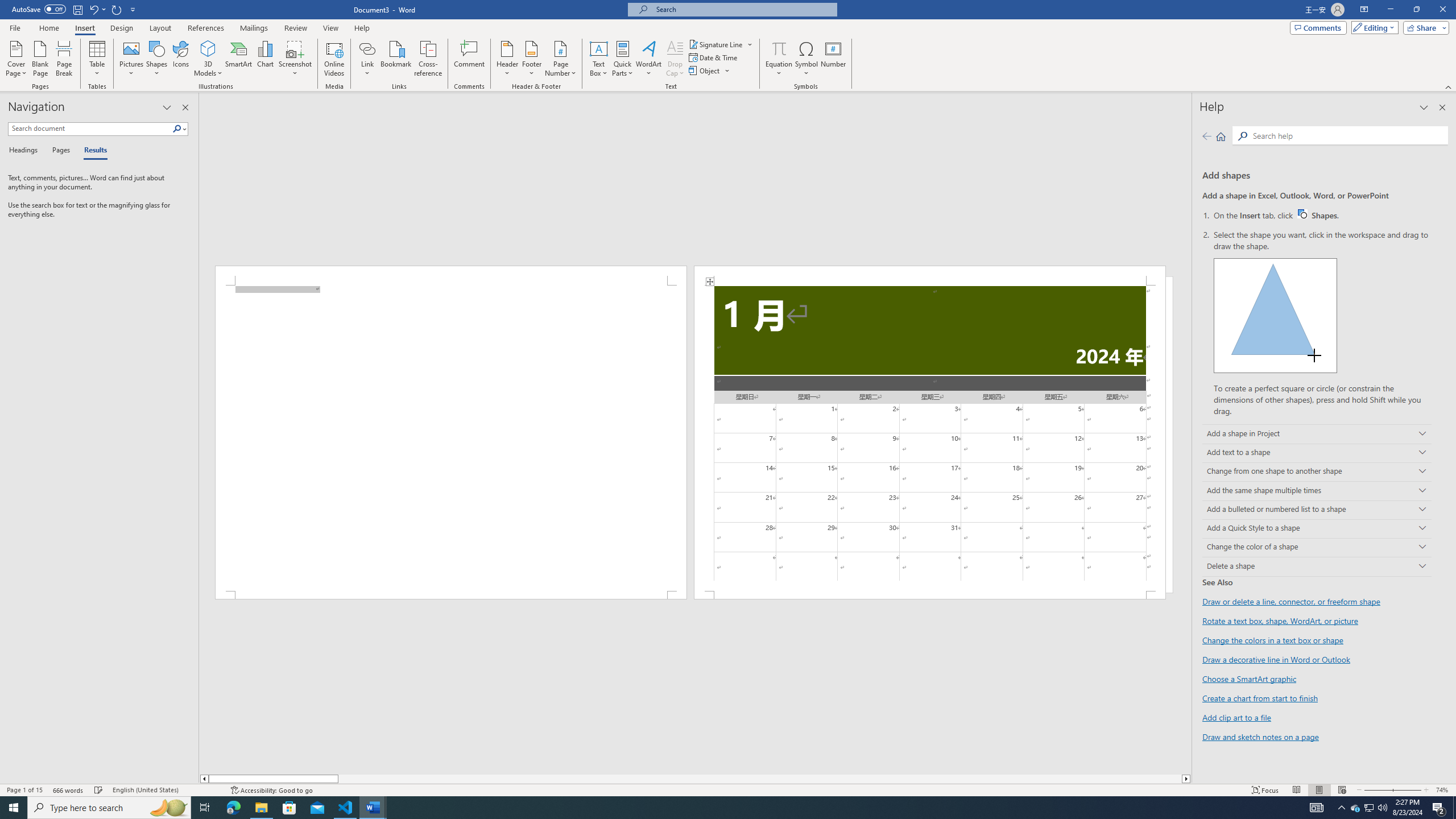 This screenshot has width=1456, height=819. Describe the element at coordinates (1291, 601) in the screenshot. I see `'Draw or delete a line, connector, or freeform shape'` at that location.